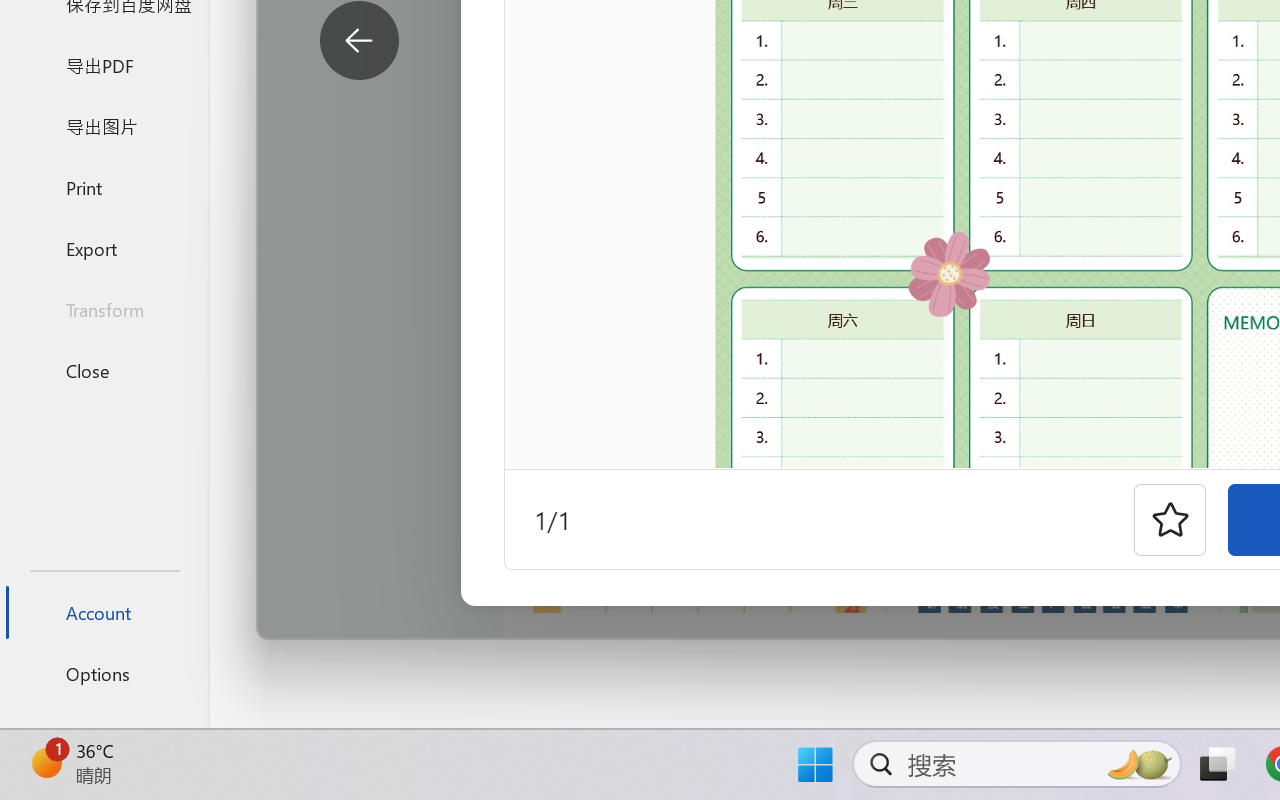 Image resolution: width=1280 pixels, height=800 pixels. Describe the element at coordinates (103, 308) in the screenshot. I see `'Transform'` at that location.